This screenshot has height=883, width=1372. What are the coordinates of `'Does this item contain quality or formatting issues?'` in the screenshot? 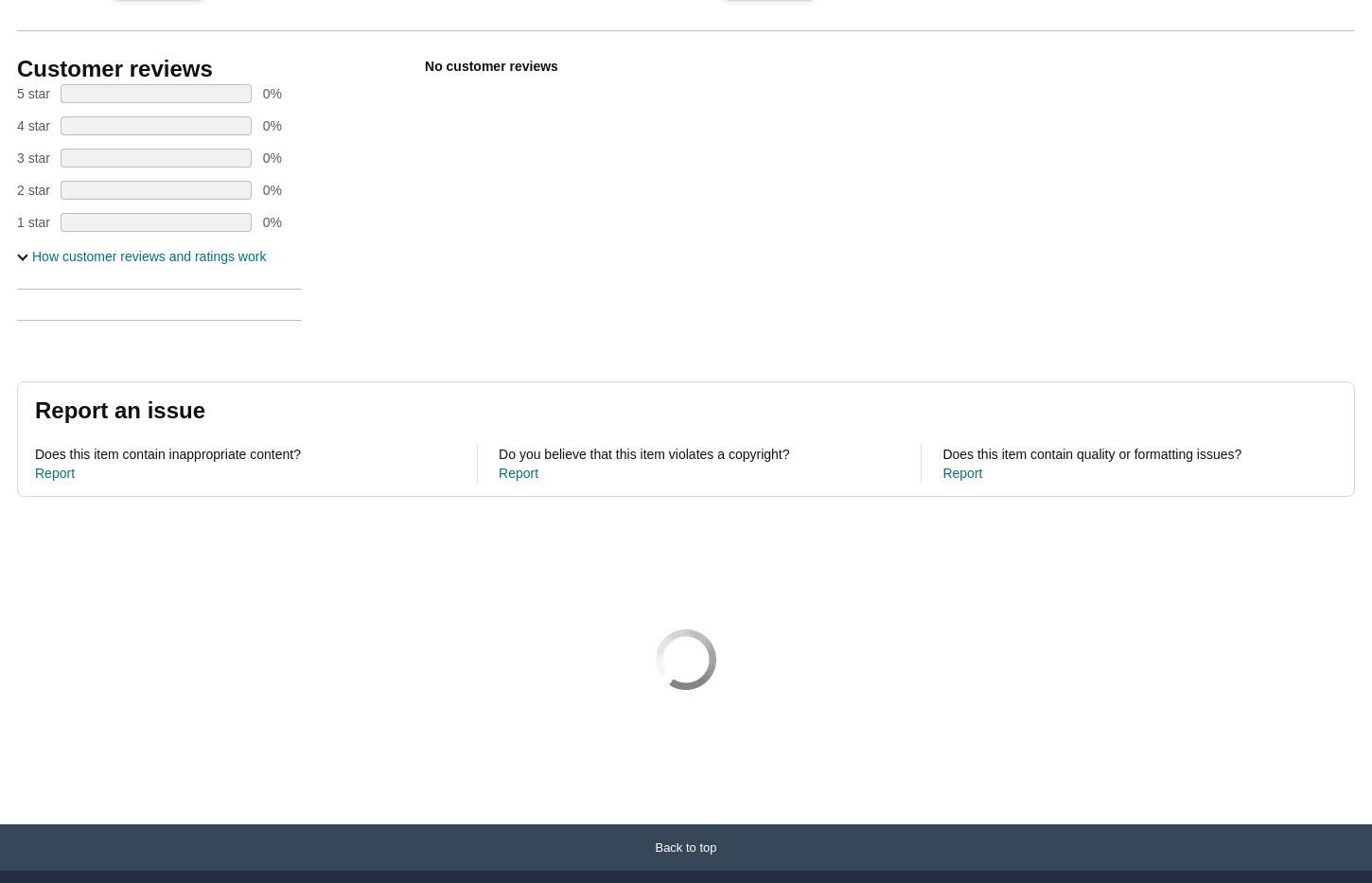 It's located at (942, 454).